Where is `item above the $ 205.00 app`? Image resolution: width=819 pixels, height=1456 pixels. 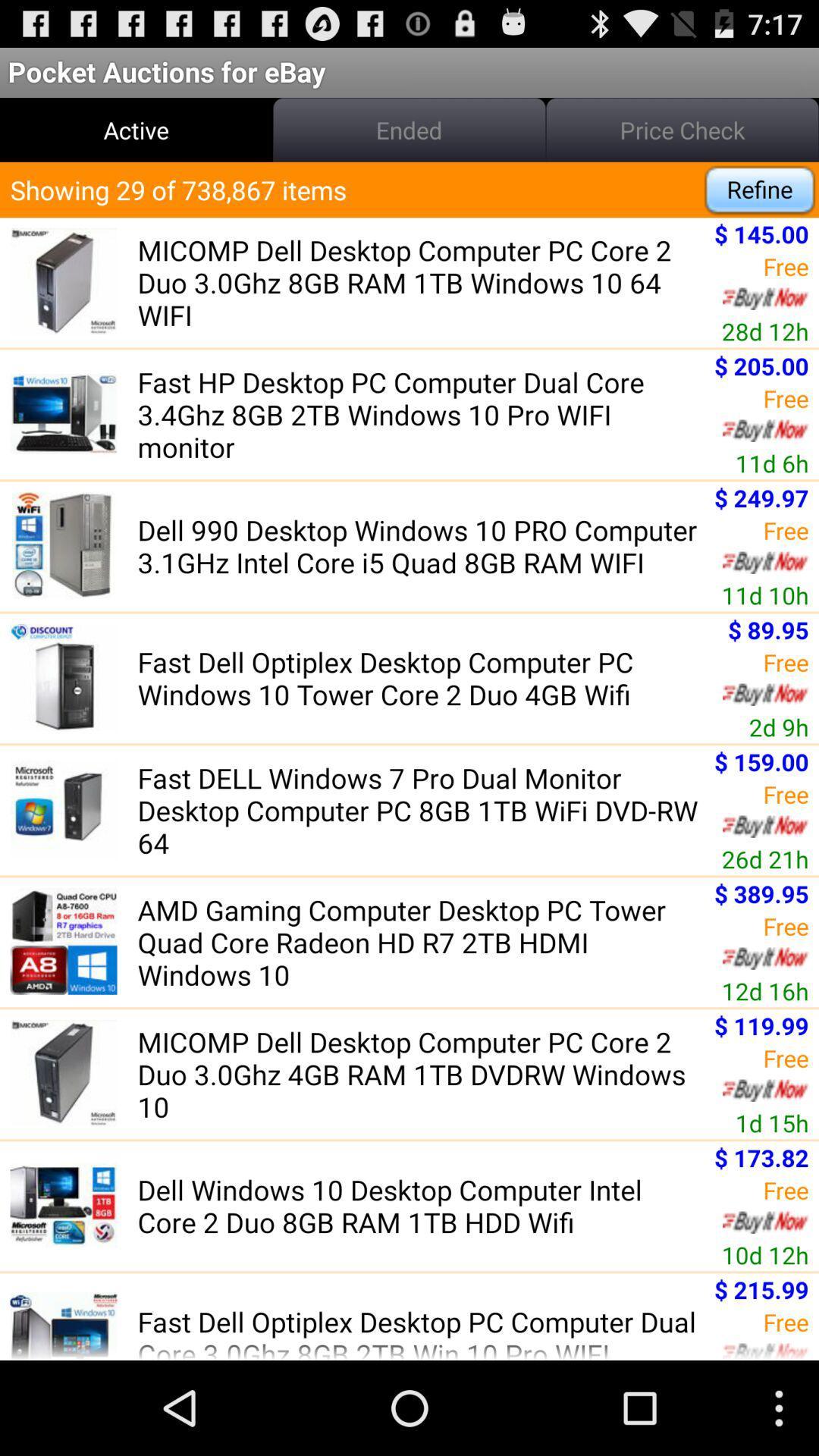 item above the $ 205.00 app is located at coordinates (765, 330).